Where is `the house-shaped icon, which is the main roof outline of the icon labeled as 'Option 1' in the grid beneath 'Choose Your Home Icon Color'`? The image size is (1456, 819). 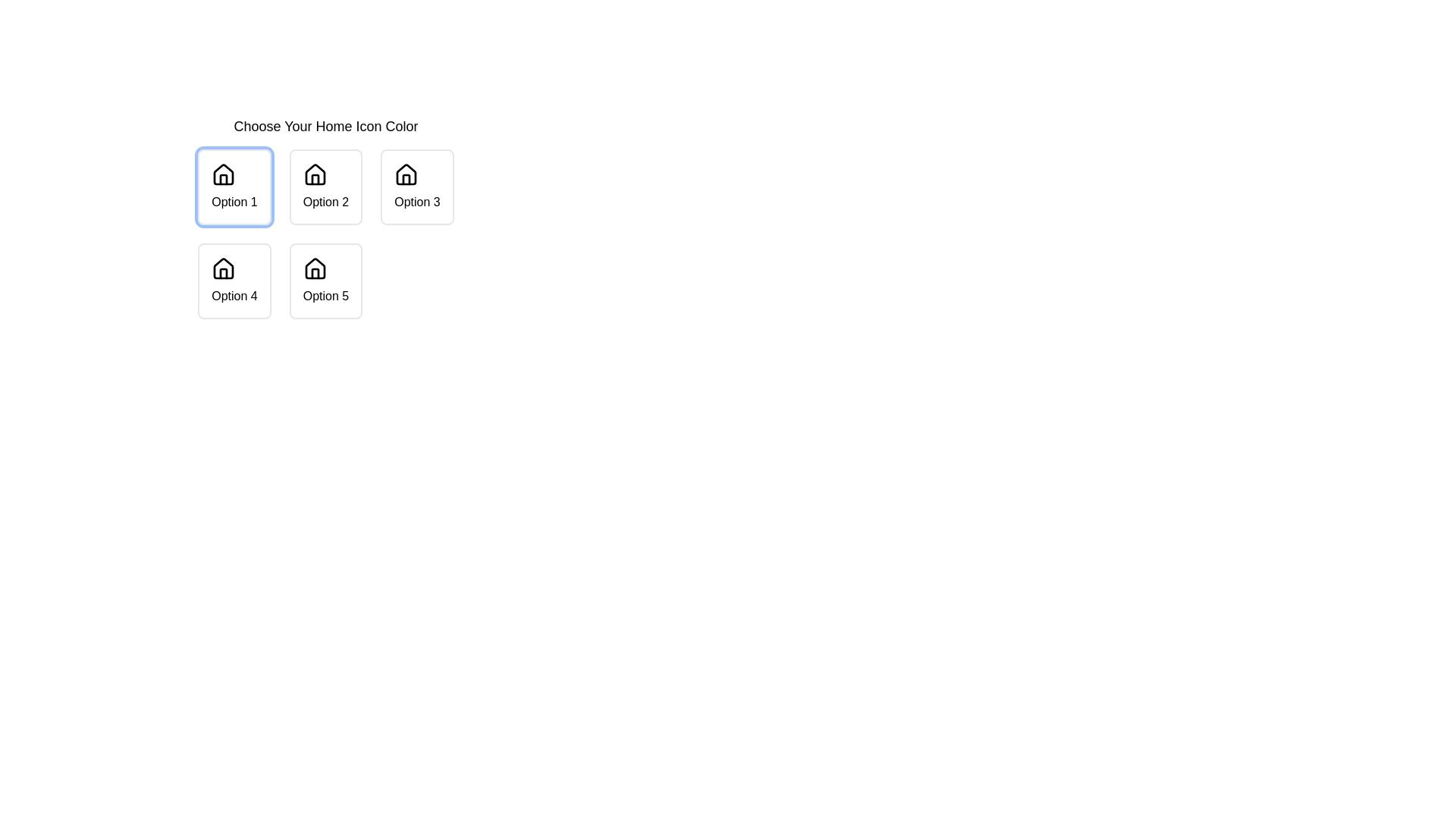
the house-shaped icon, which is the main roof outline of the icon labeled as 'Option 1' in the grid beneath 'Choose Your Home Icon Color' is located at coordinates (223, 174).